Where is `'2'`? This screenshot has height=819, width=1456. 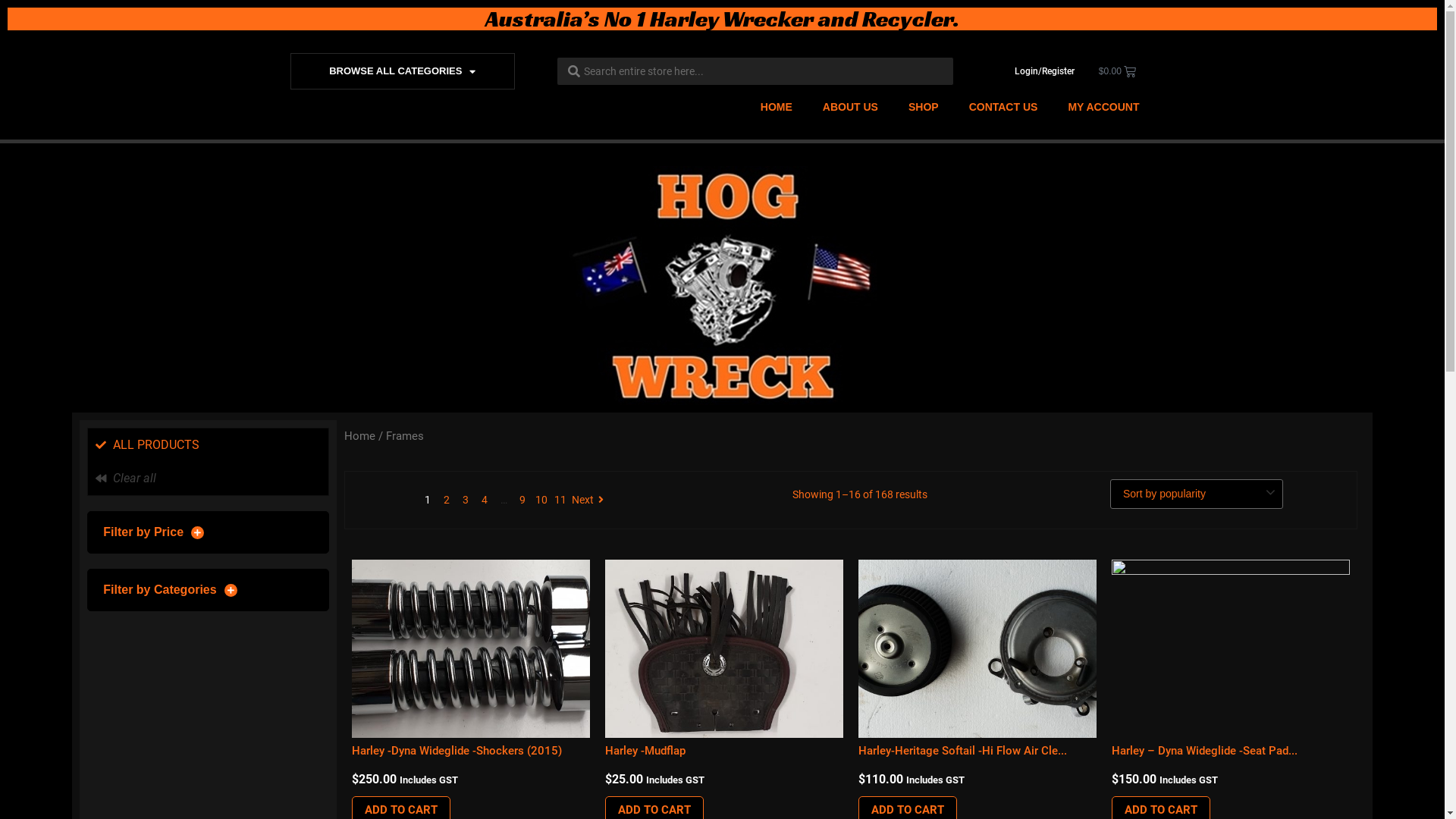
'2' is located at coordinates (446, 500).